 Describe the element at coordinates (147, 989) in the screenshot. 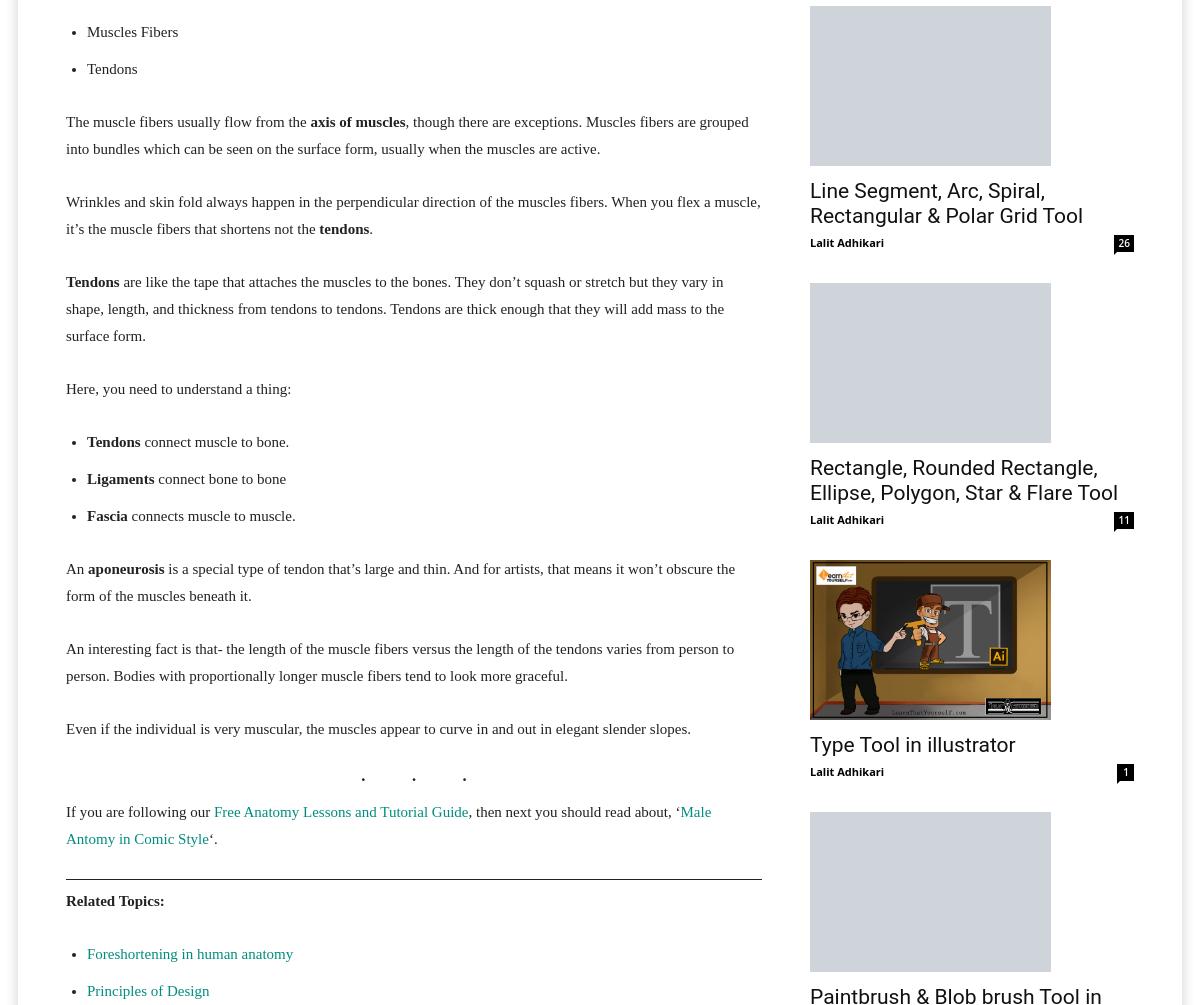

I see `'Principles of Design'` at that location.